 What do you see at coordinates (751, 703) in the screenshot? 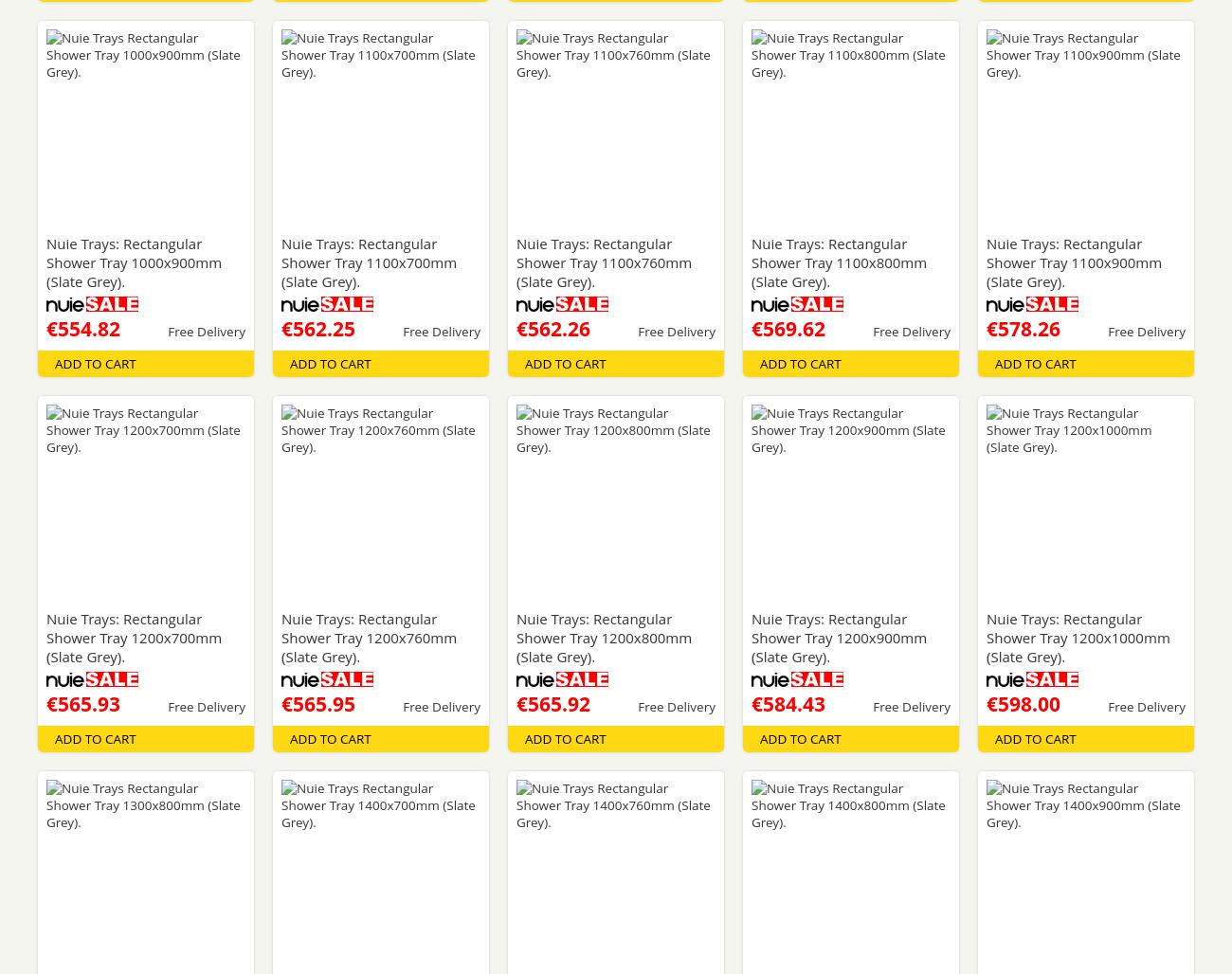
I see `'€584.43'` at bounding box center [751, 703].